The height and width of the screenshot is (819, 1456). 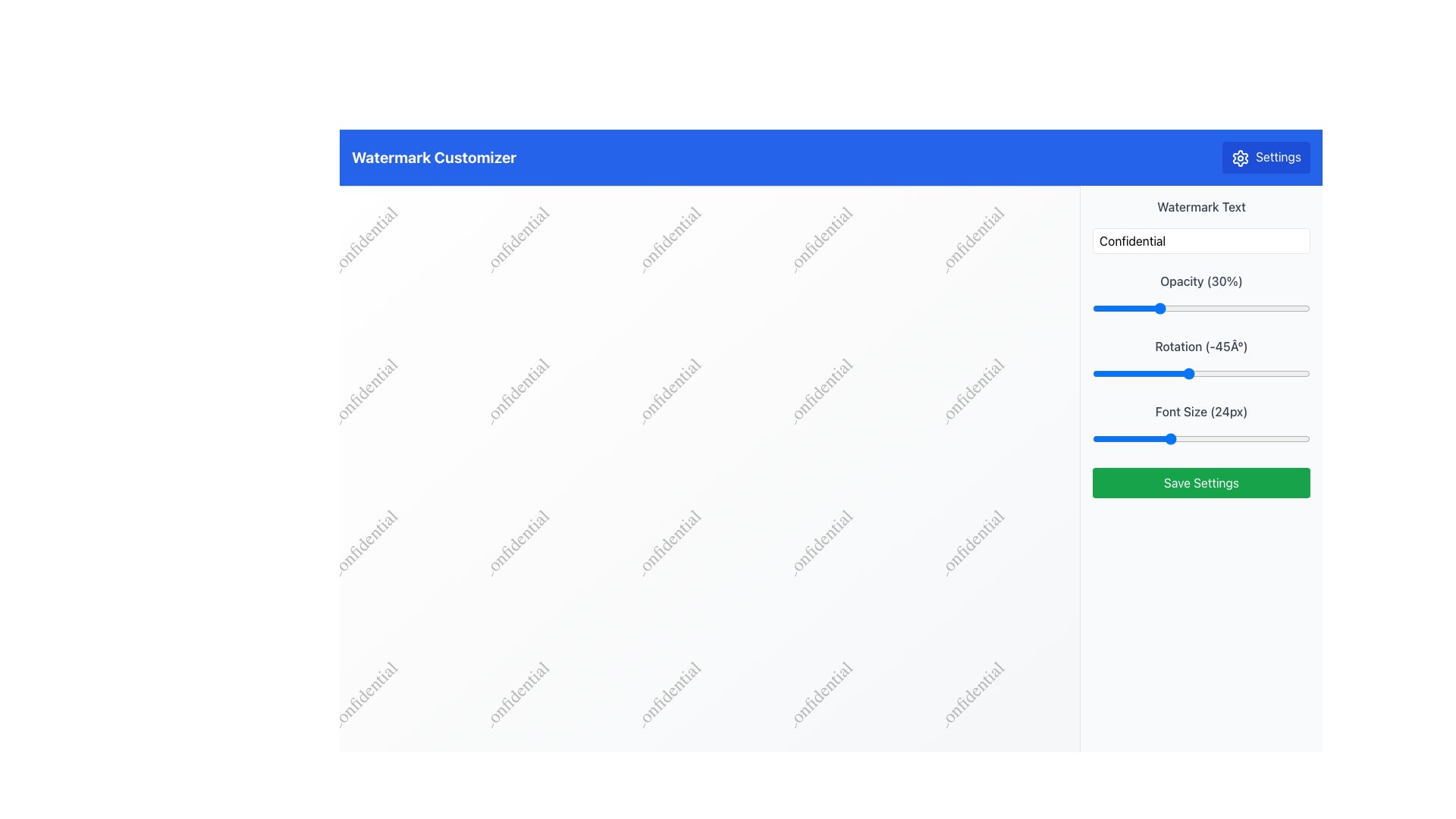 I want to click on the gear-shaped icon located at the top-right corner of the interface, which is part of the Settings button and positioned next to the 'Settings' label, so click(x=1241, y=158).